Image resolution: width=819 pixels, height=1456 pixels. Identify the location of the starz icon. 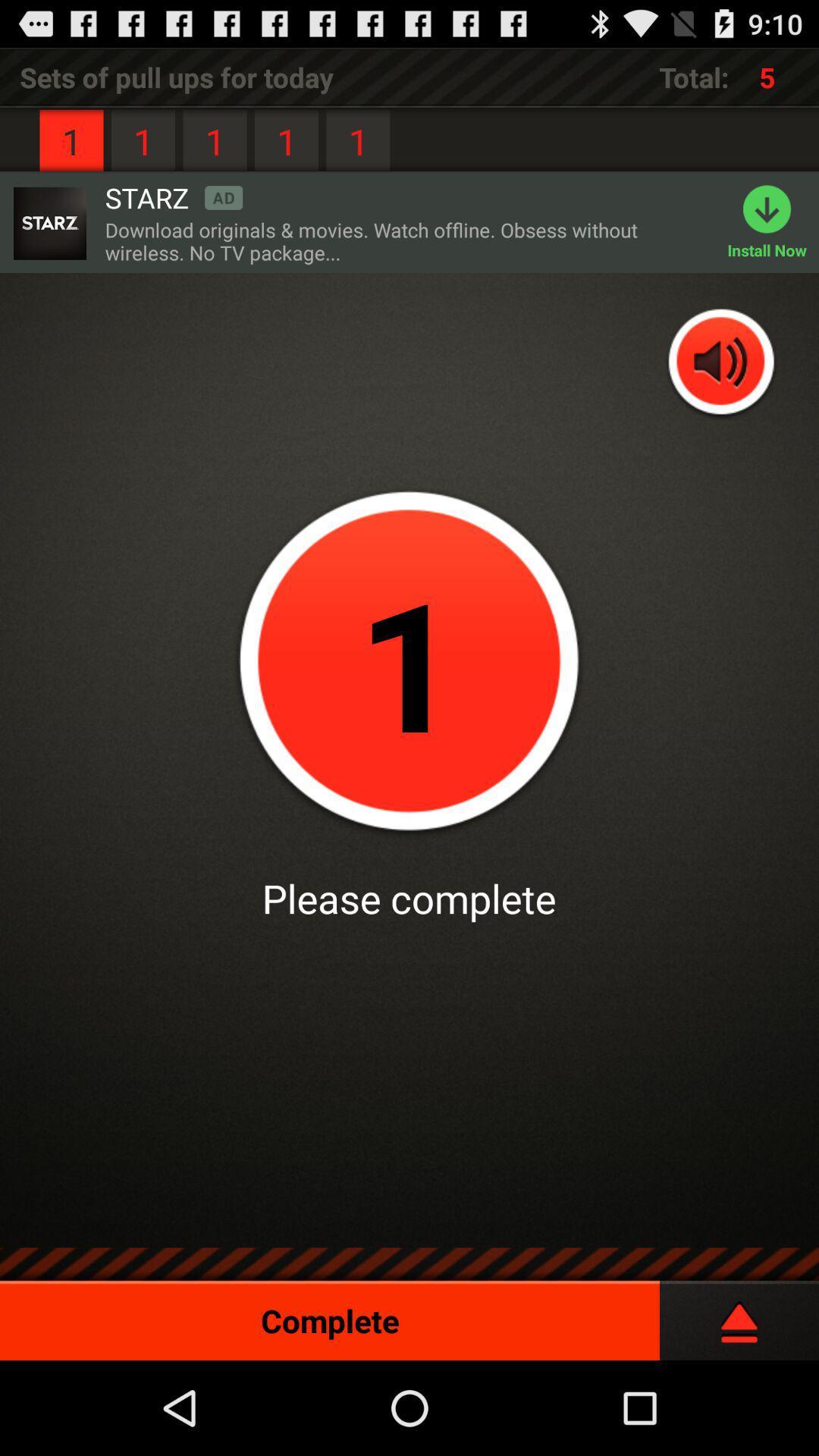
(173, 196).